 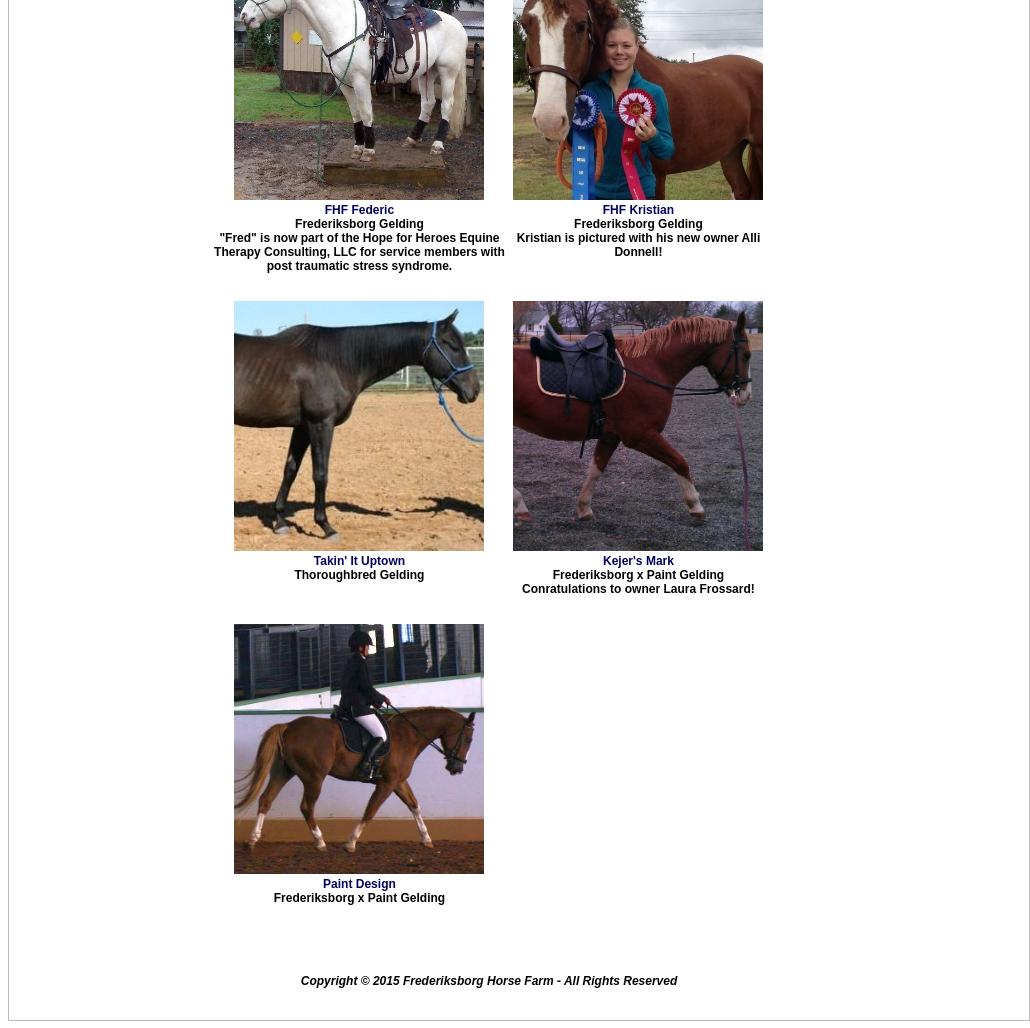 I want to click on '"Fred" is now part of the Hope for Heroes Equine Therapy Consulting, LLC for service members with post traumatic stress syndrome.', so click(x=214, y=250).